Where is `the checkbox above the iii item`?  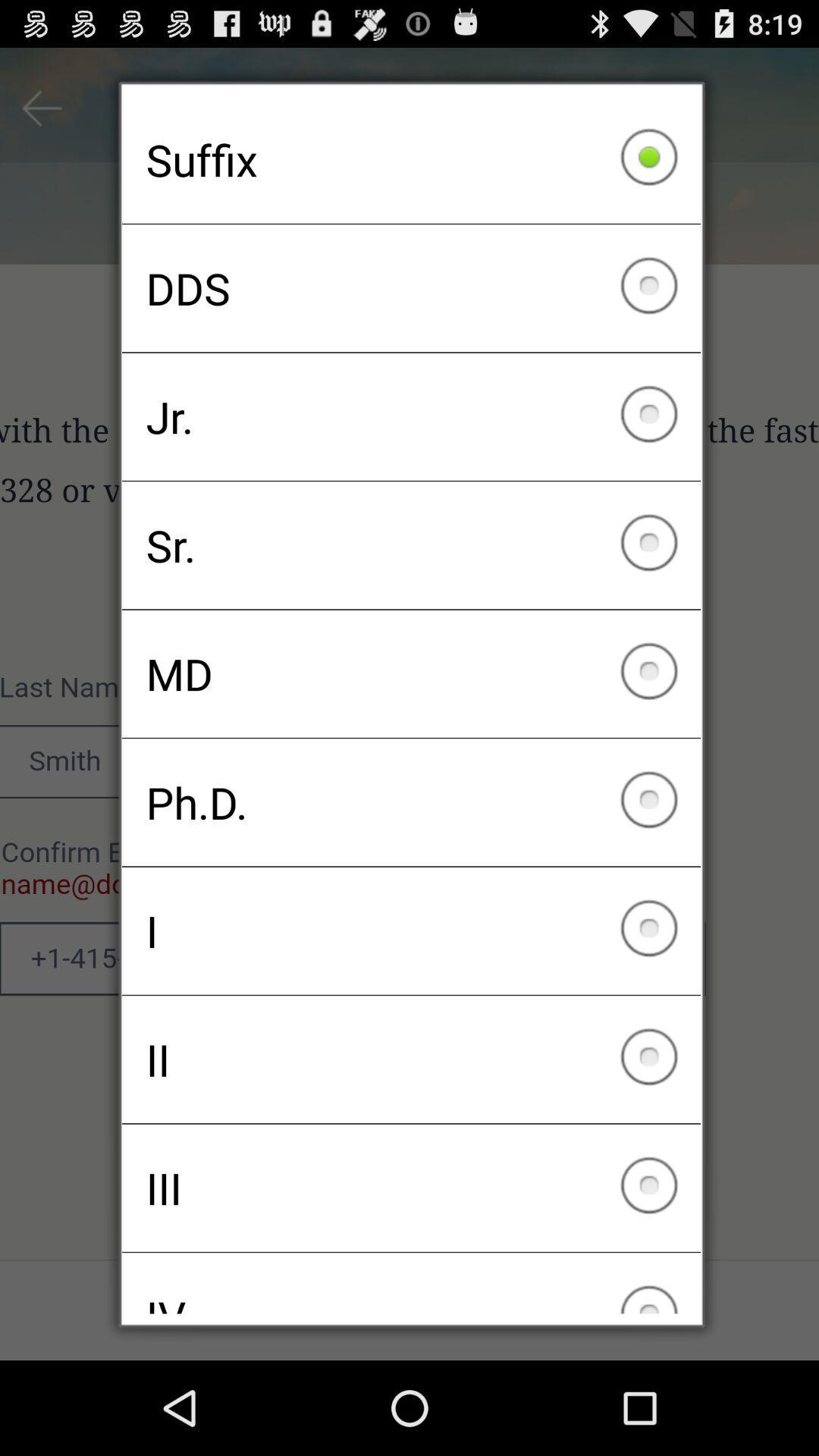
the checkbox above the iii item is located at coordinates (411, 1059).